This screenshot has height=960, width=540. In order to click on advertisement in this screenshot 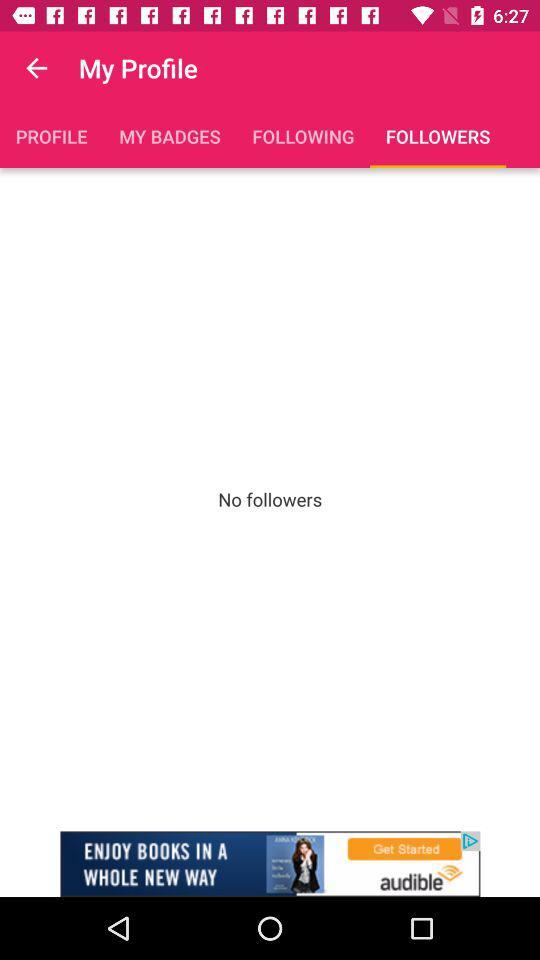, I will do `click(270, 863)`.